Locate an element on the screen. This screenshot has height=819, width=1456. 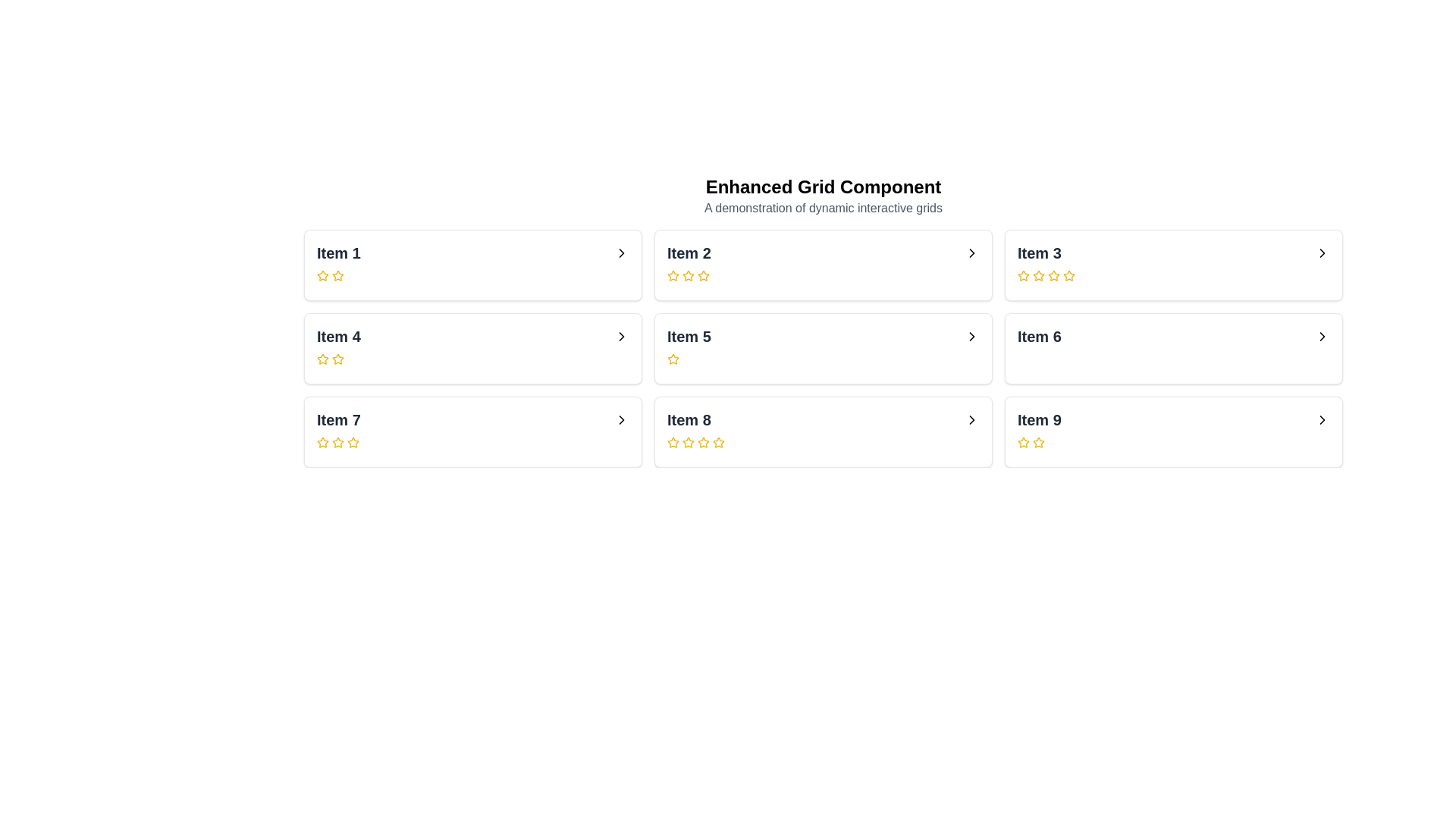
the Card widget with navigation that represents 'Item 8' to interact with it, located in the middle column of the third row in the grid layout is located at coordinates (822, 432).